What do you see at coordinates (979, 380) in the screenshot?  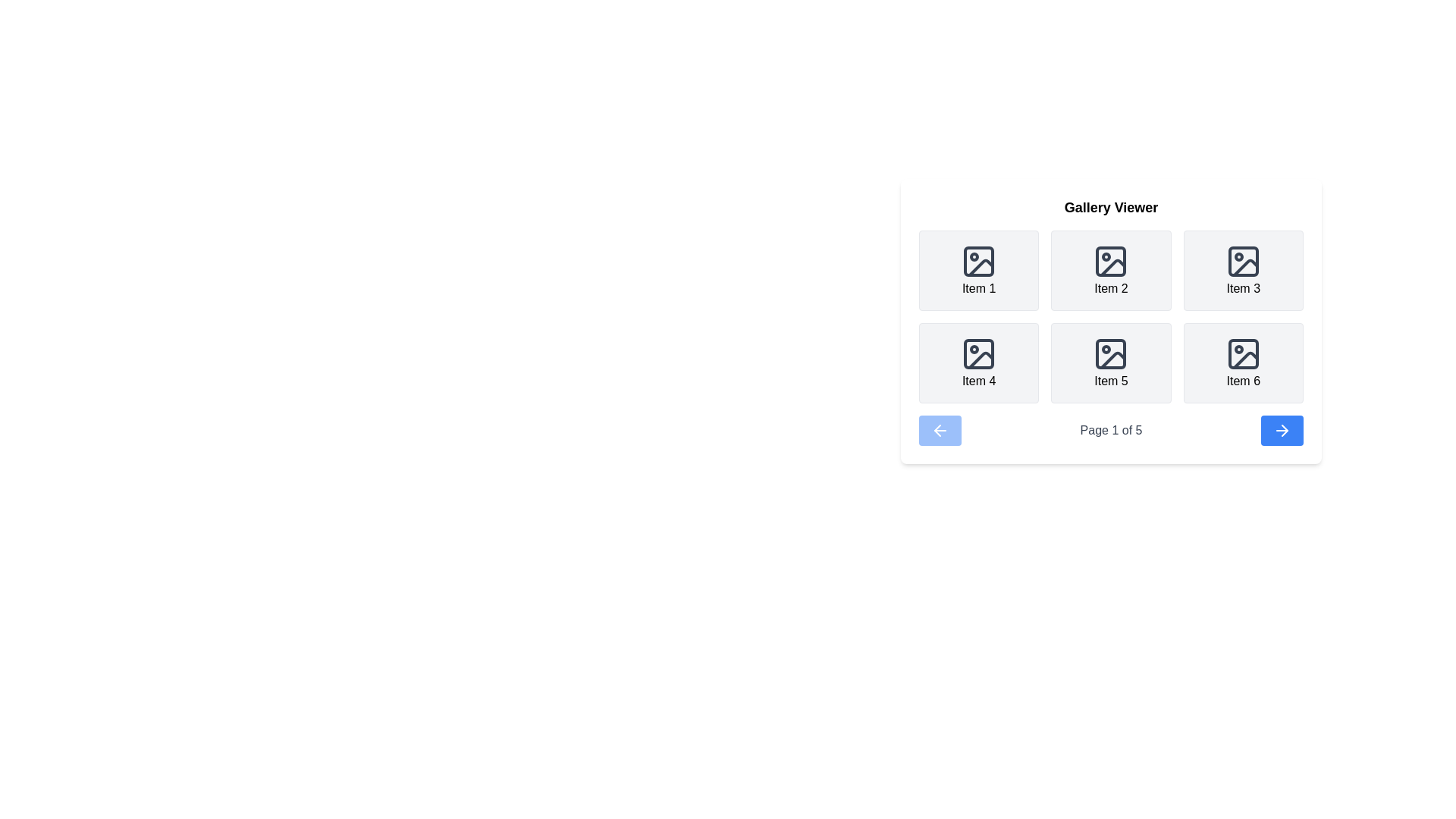 I see `label displaying 'Item 4', which is located at the bottom of the second row in a grid layout of a gallery viewer interface` at bounding box center [979, 380].